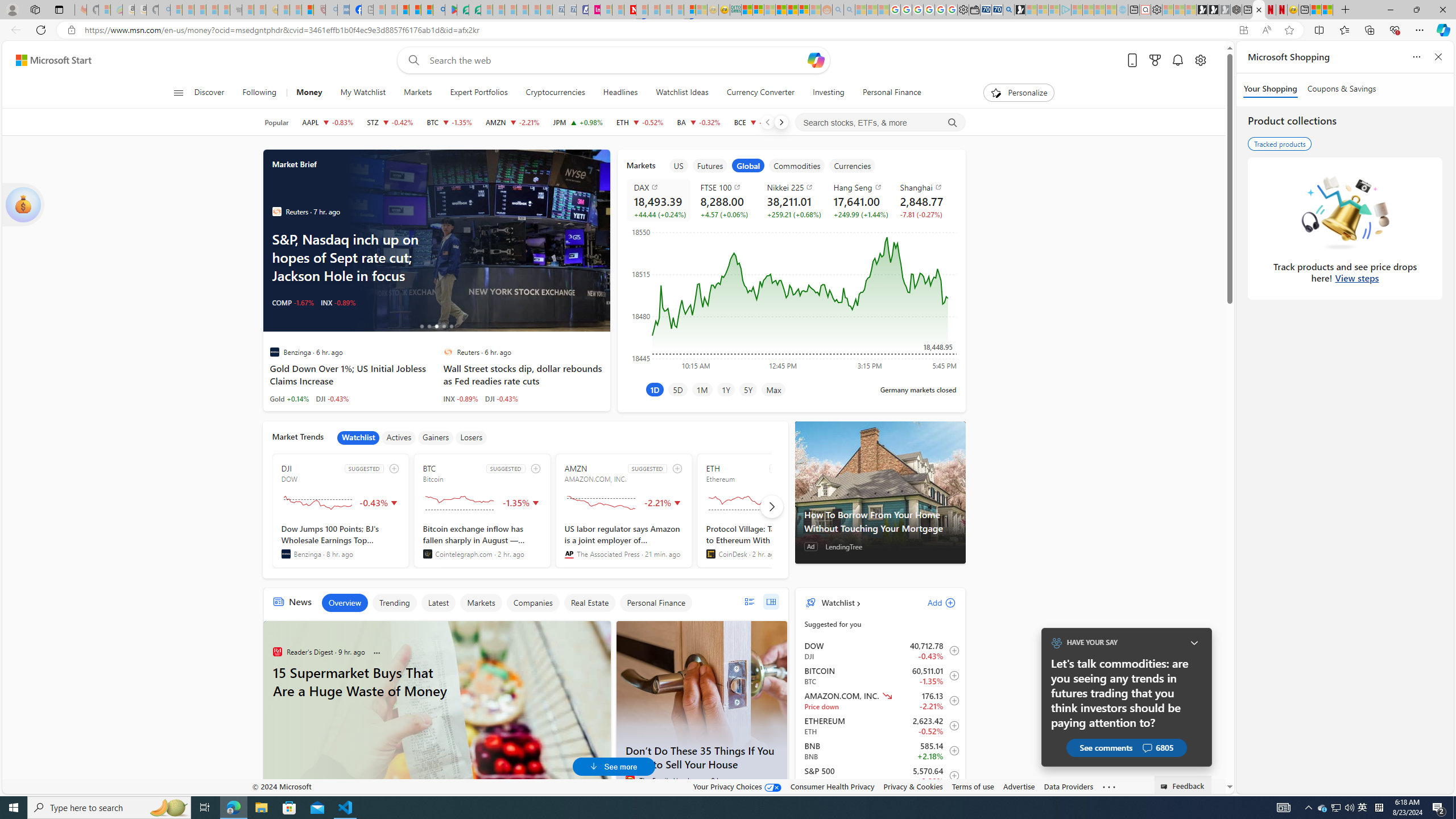 This screenshot has height=819, width=1456. I want to click on 'INX -0.89%', so click(461, 398).